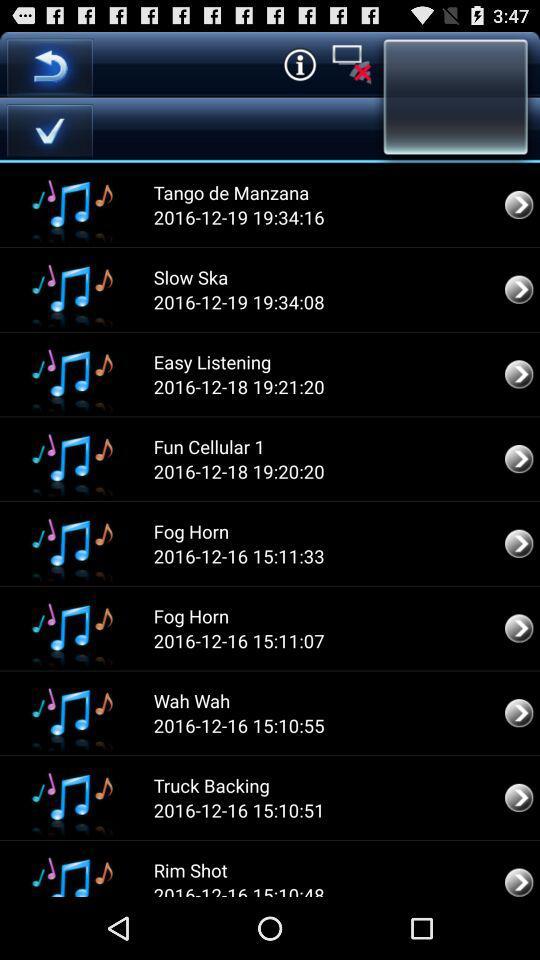 The image size is (540, 960). I want to click on the check icon, so click(50, 138).